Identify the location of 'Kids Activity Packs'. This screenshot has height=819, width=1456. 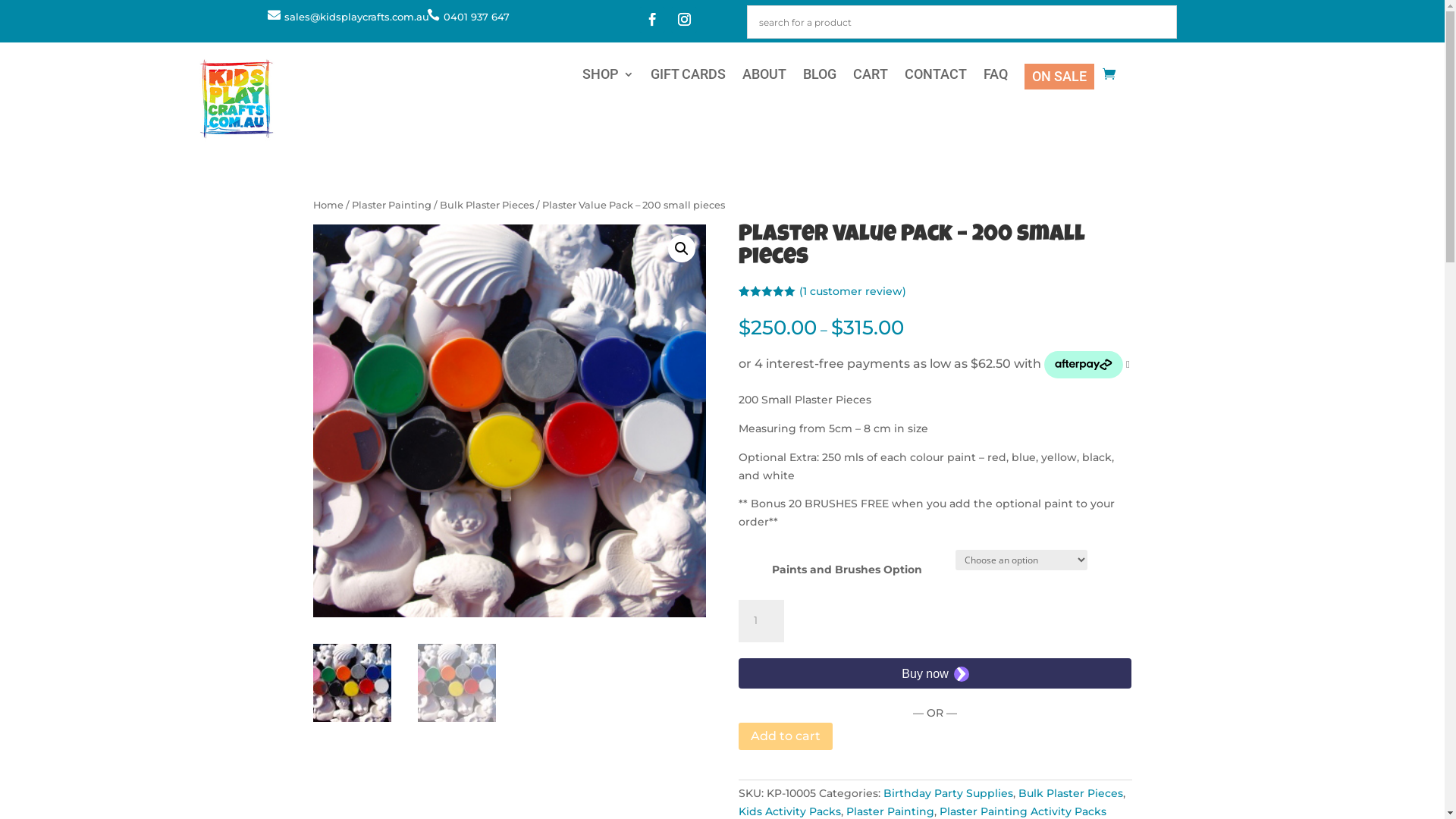
(789, 810).